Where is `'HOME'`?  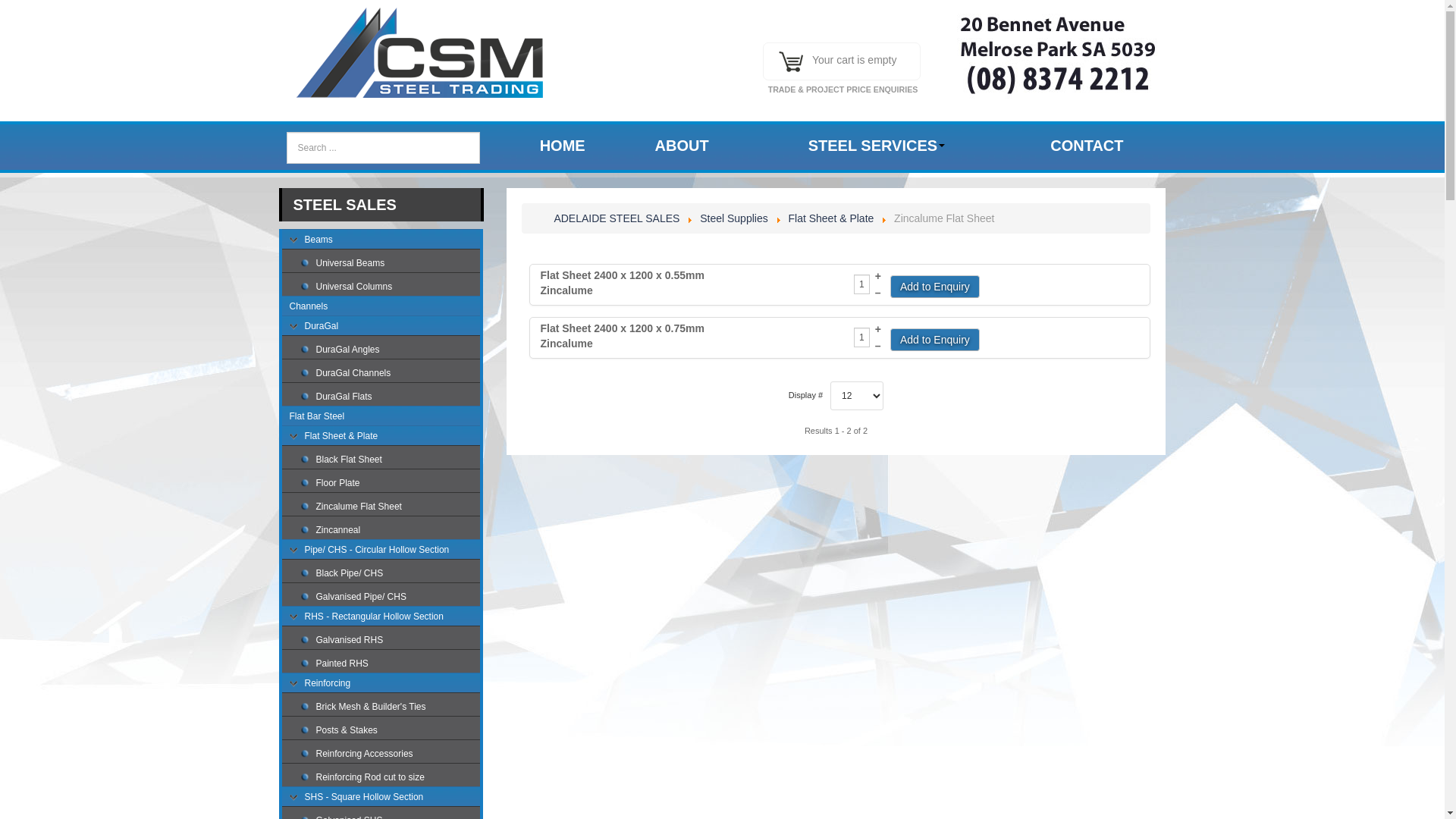 'HOME' is located at coordinates (562, 146).